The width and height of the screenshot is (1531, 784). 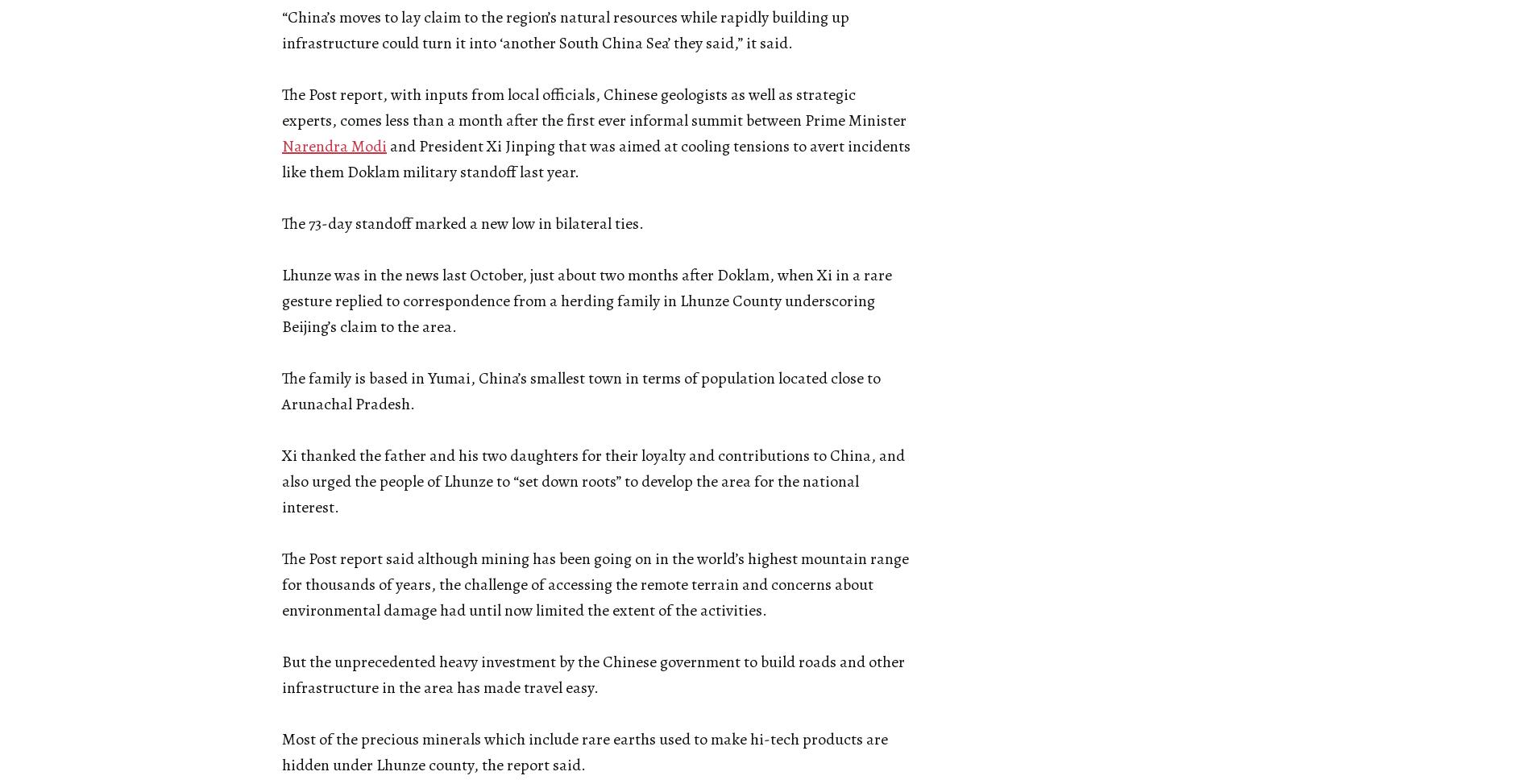 What do you see at coordinates (593, 106) in the screenshot?
I see `'The Post report, with inputs from local officials, Chinese geologists as well as strategic experts, comes less than a month after the first ever informal summit between Prime Minister'` at bounding box center [593, 106].